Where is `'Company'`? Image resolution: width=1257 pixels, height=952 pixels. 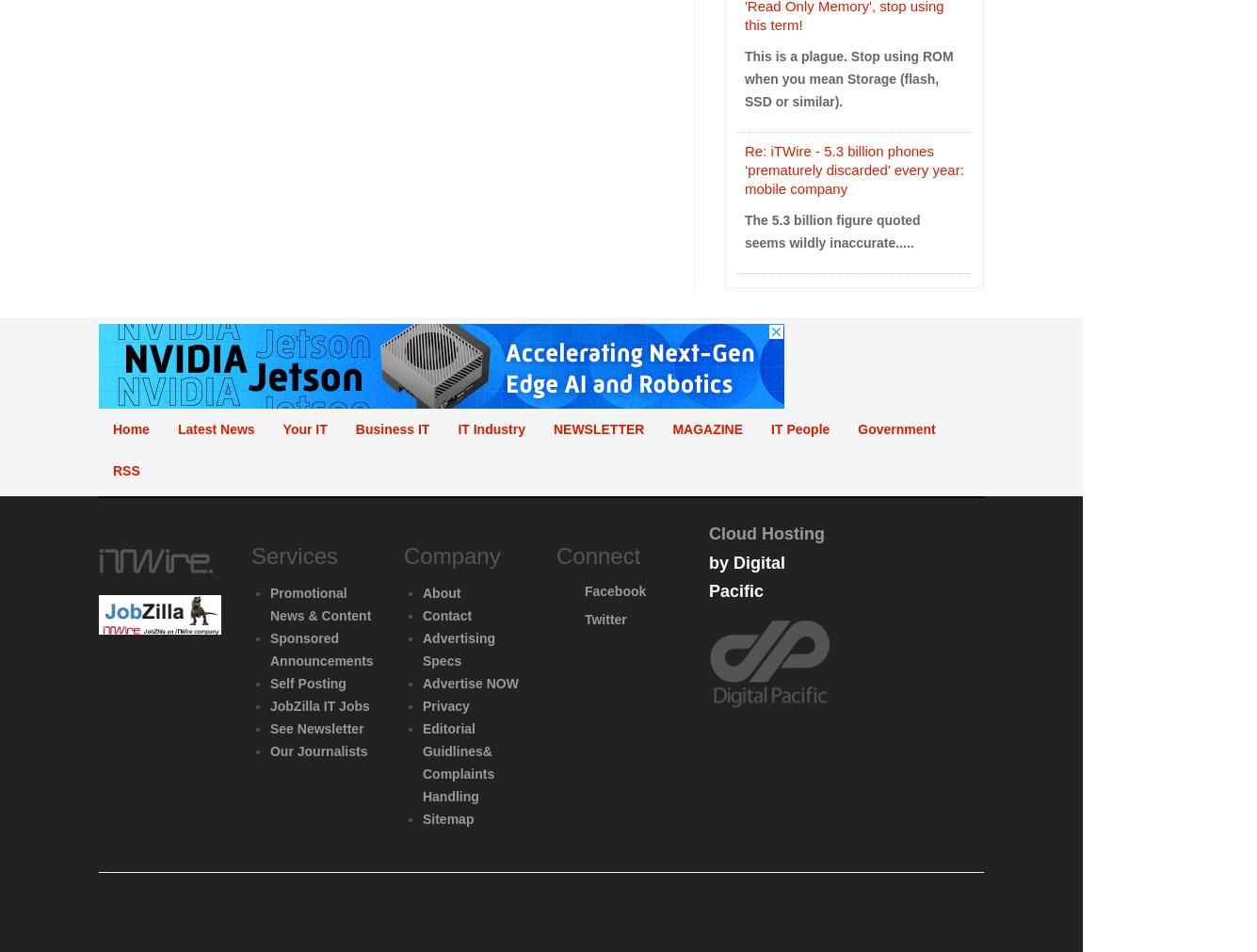 'Company' is located at coordinates (402, 555).